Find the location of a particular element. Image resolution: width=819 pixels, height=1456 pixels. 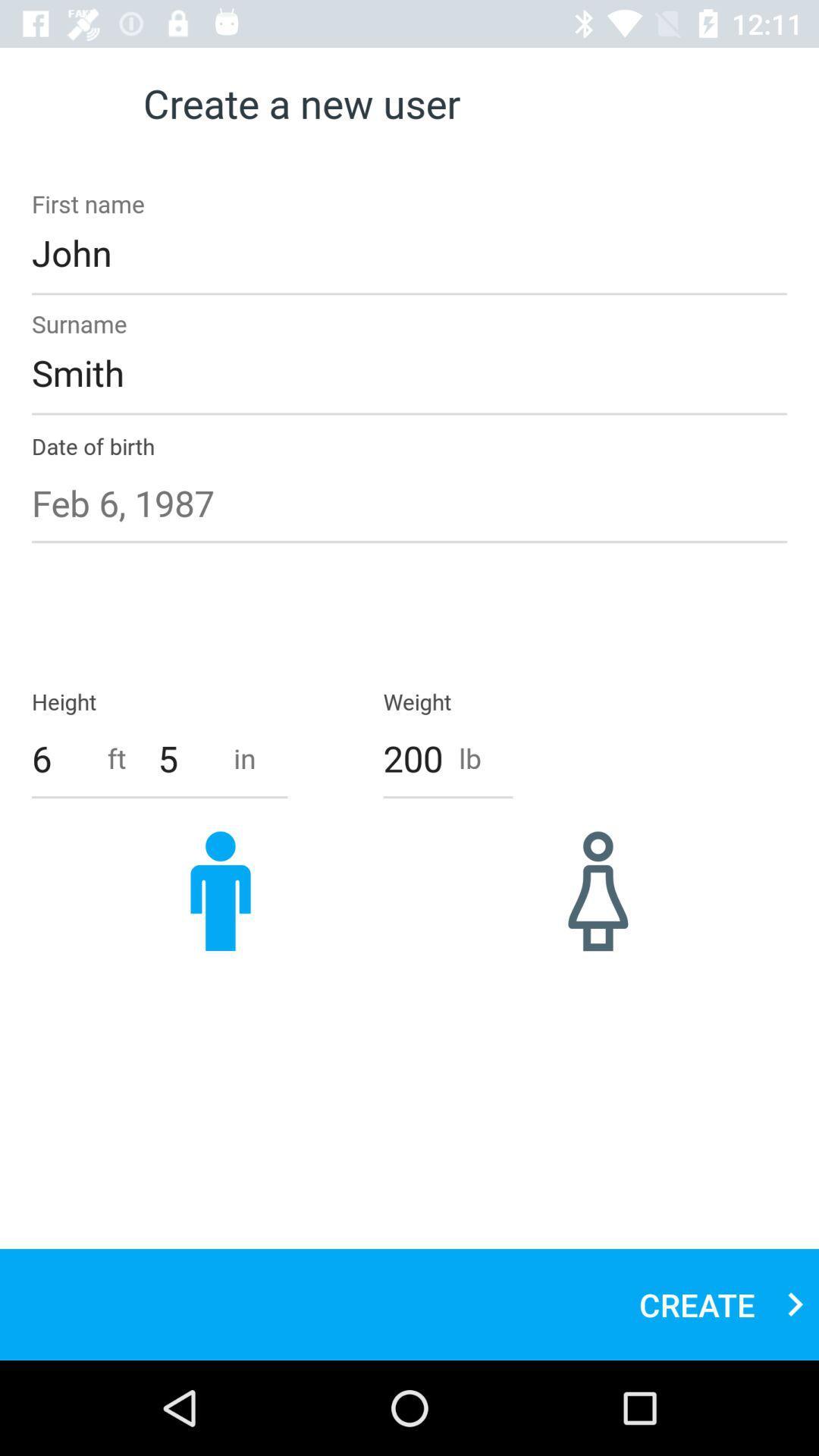

item below 200 item is located at coordinates (598, 890).